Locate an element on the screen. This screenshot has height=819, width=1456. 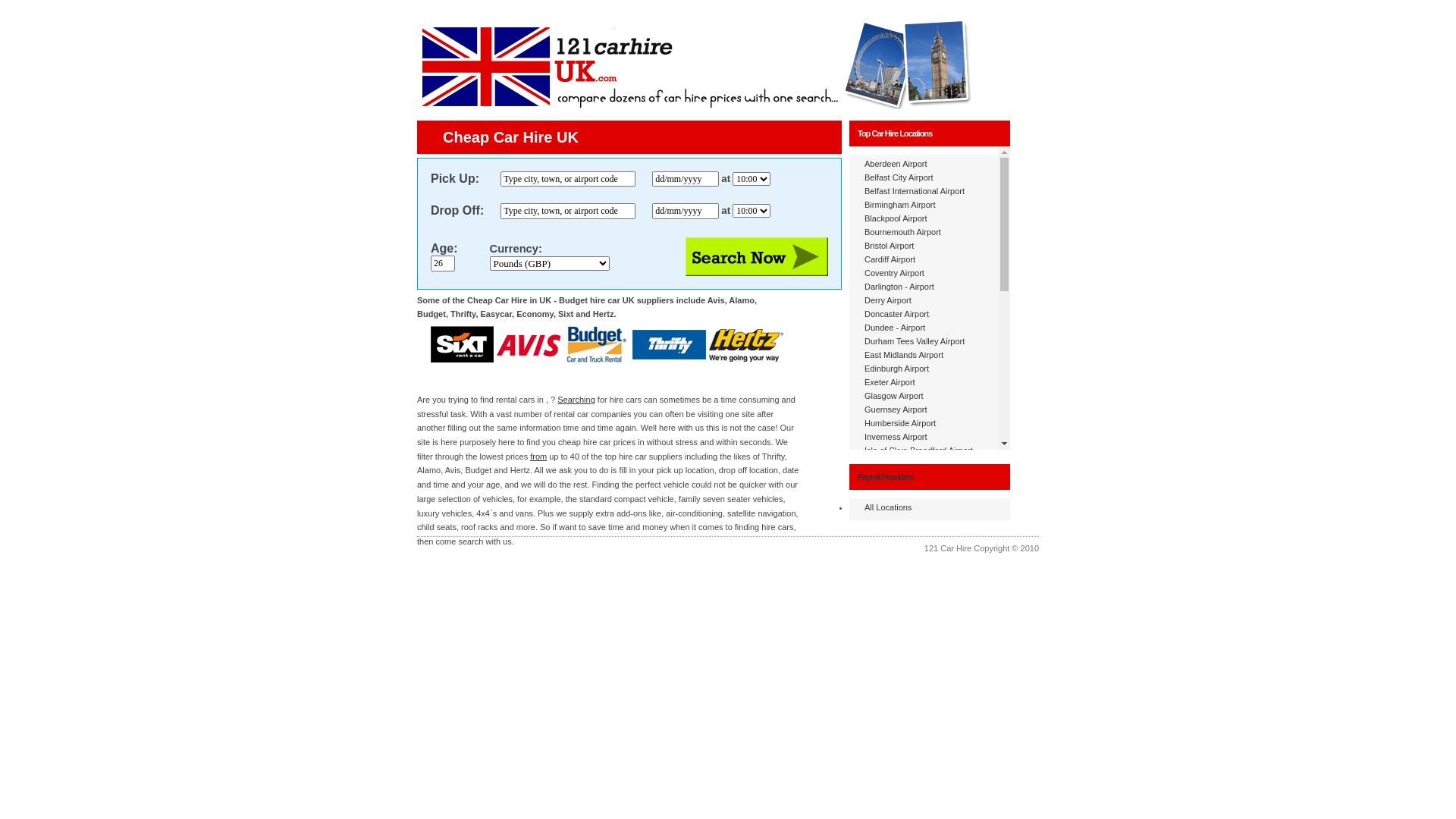
'Bournemouth Airport' is located at coordinates (864, 231).